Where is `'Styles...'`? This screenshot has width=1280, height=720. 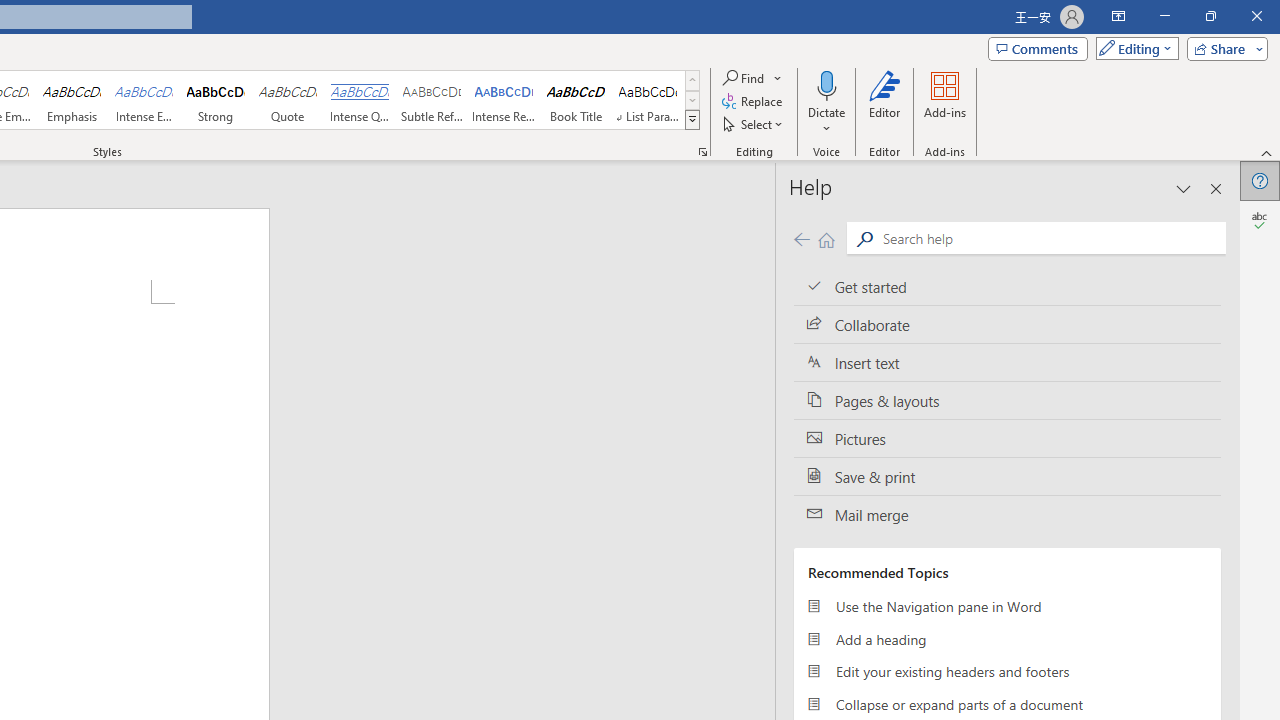
'Styles...' is located at coordinates (702, 150).